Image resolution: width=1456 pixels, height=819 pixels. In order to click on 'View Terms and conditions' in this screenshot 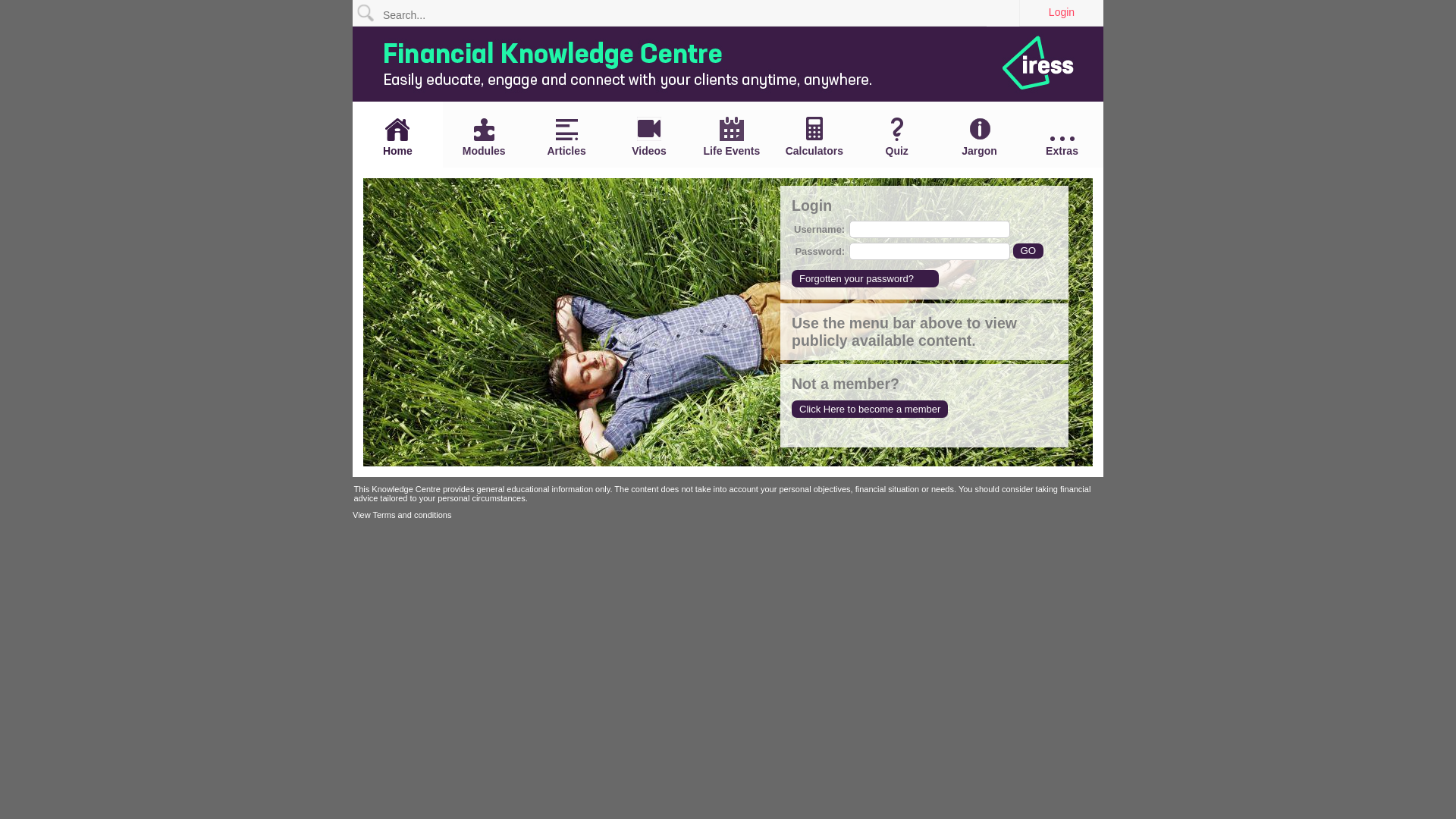, I will do `click(401, 513)`.